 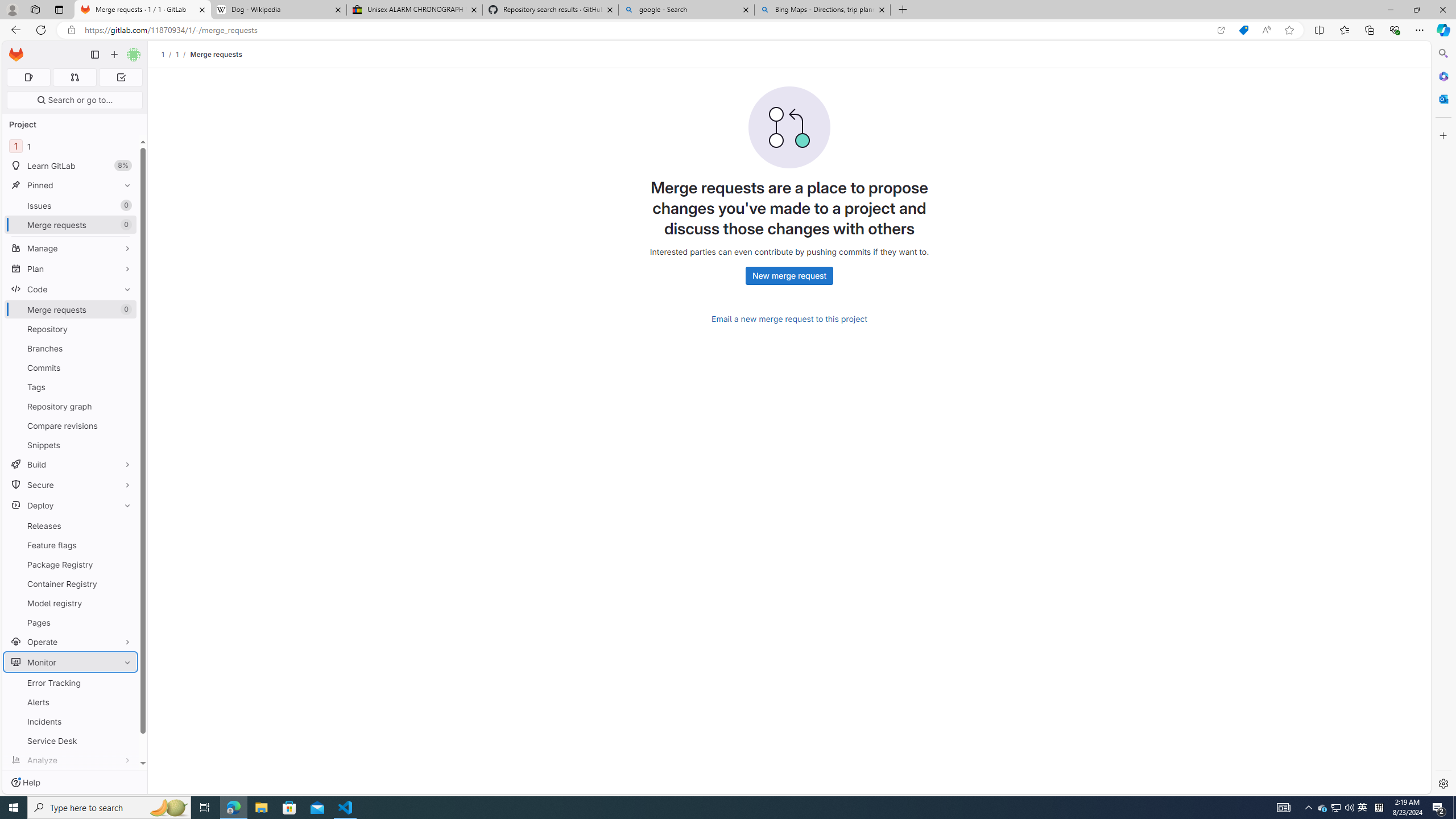 What do you see at coordinates (70, 146) in the screenshot?
I see `'1 1'` at bounding box center [70, 146].